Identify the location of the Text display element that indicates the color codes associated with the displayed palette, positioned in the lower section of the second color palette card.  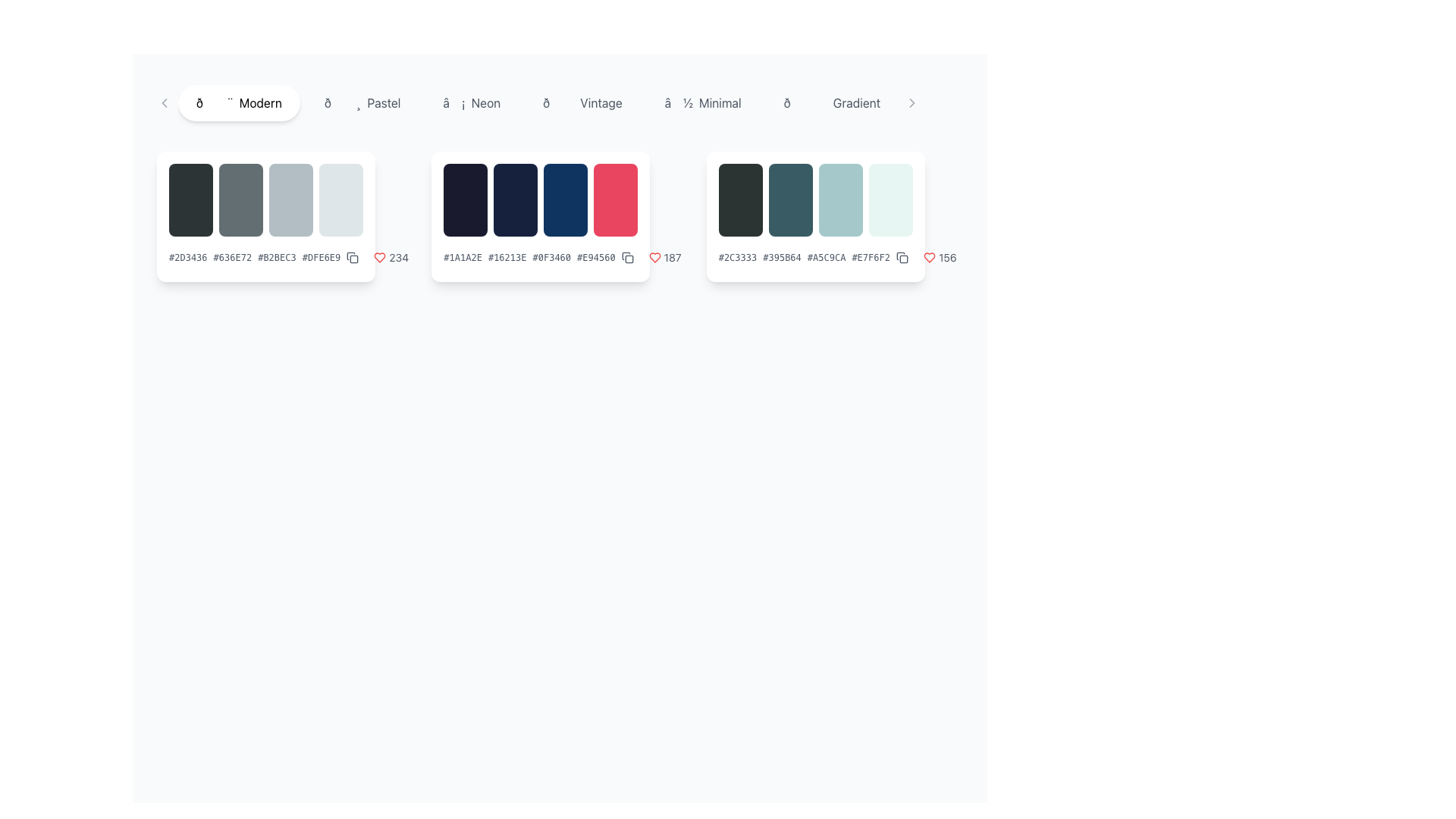
(541, 256).